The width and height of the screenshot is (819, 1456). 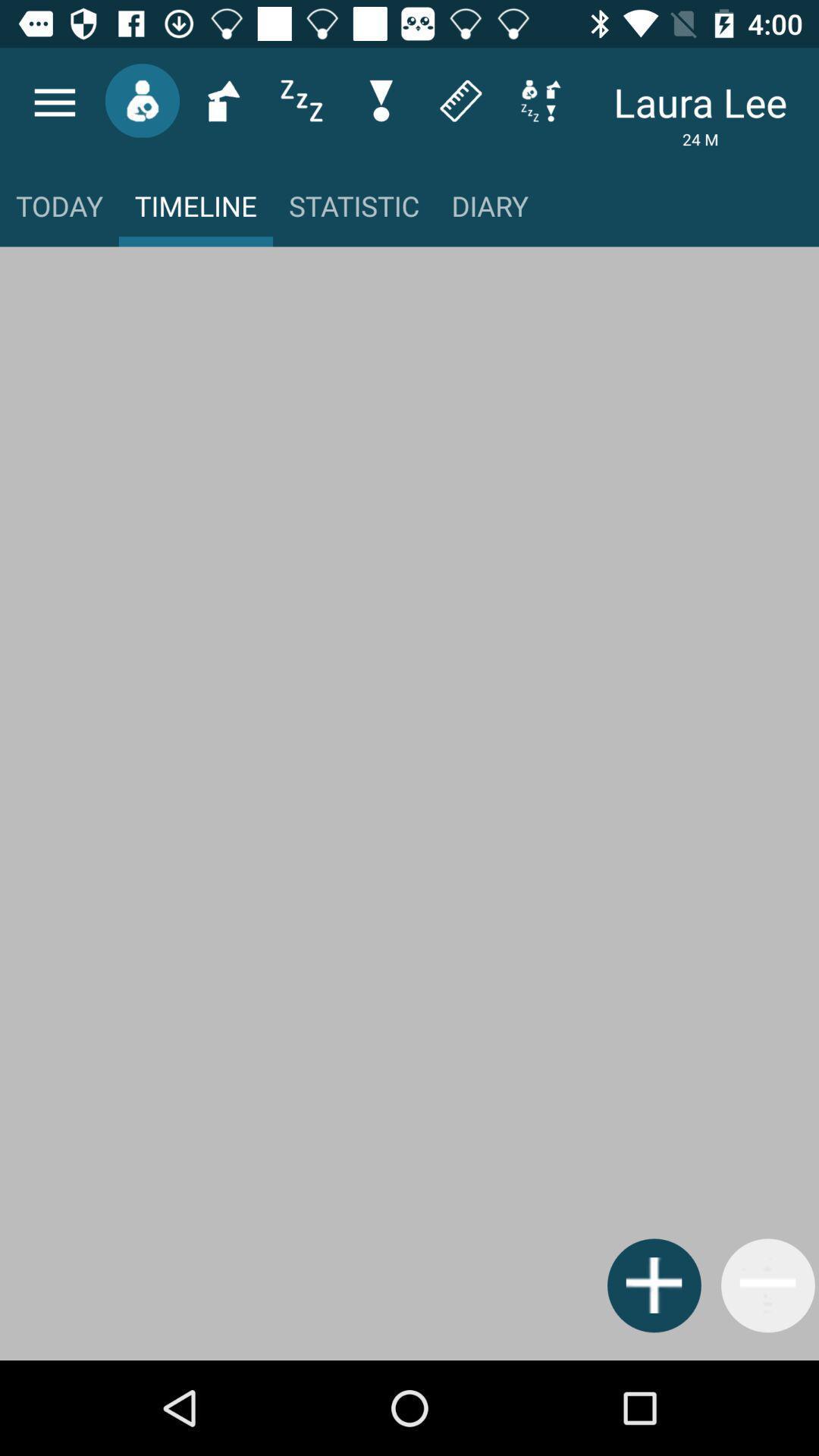 What do you see at coordinates (54, 102) in the screenshot?
I see `the menu icon` at bounding box center [54, 102].